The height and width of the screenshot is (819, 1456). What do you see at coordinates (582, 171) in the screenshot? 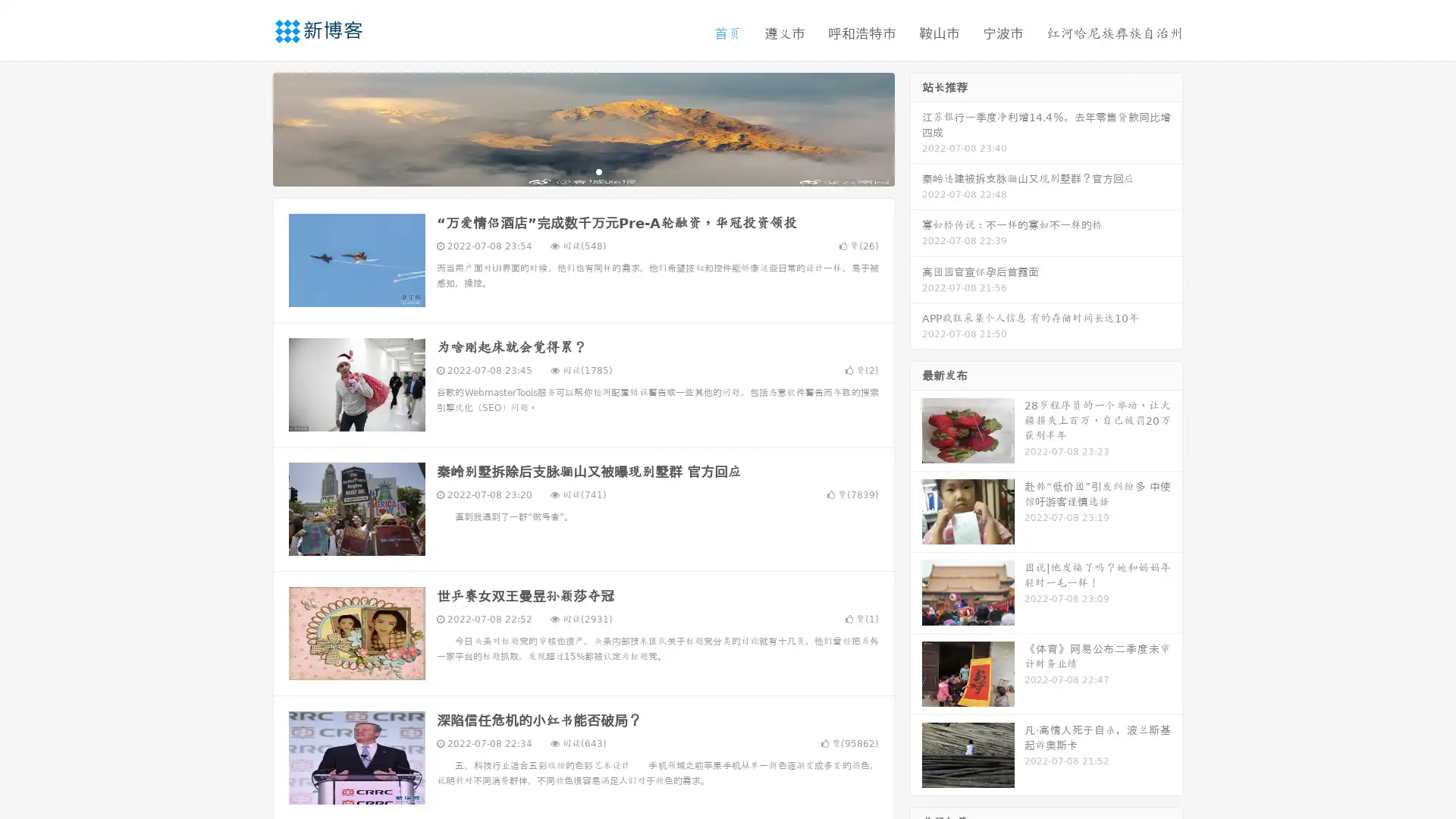
I see `Go to slide 2` at bounding box center [582, 171].